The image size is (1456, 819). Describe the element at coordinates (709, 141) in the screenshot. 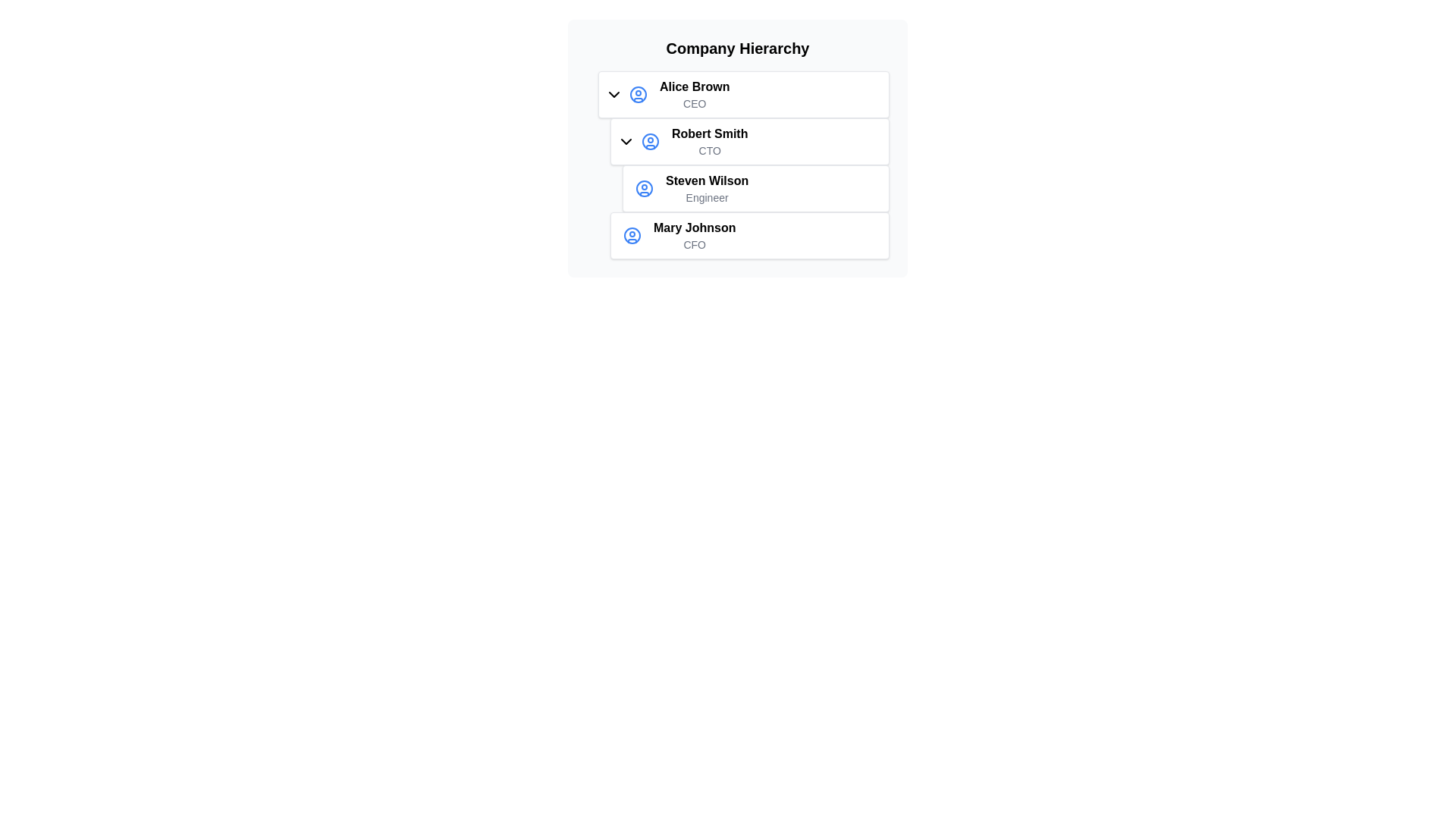

I see `the textual display showing 'Robert Smith' with the title 'CTO' in the company hierarchy list` at that location.